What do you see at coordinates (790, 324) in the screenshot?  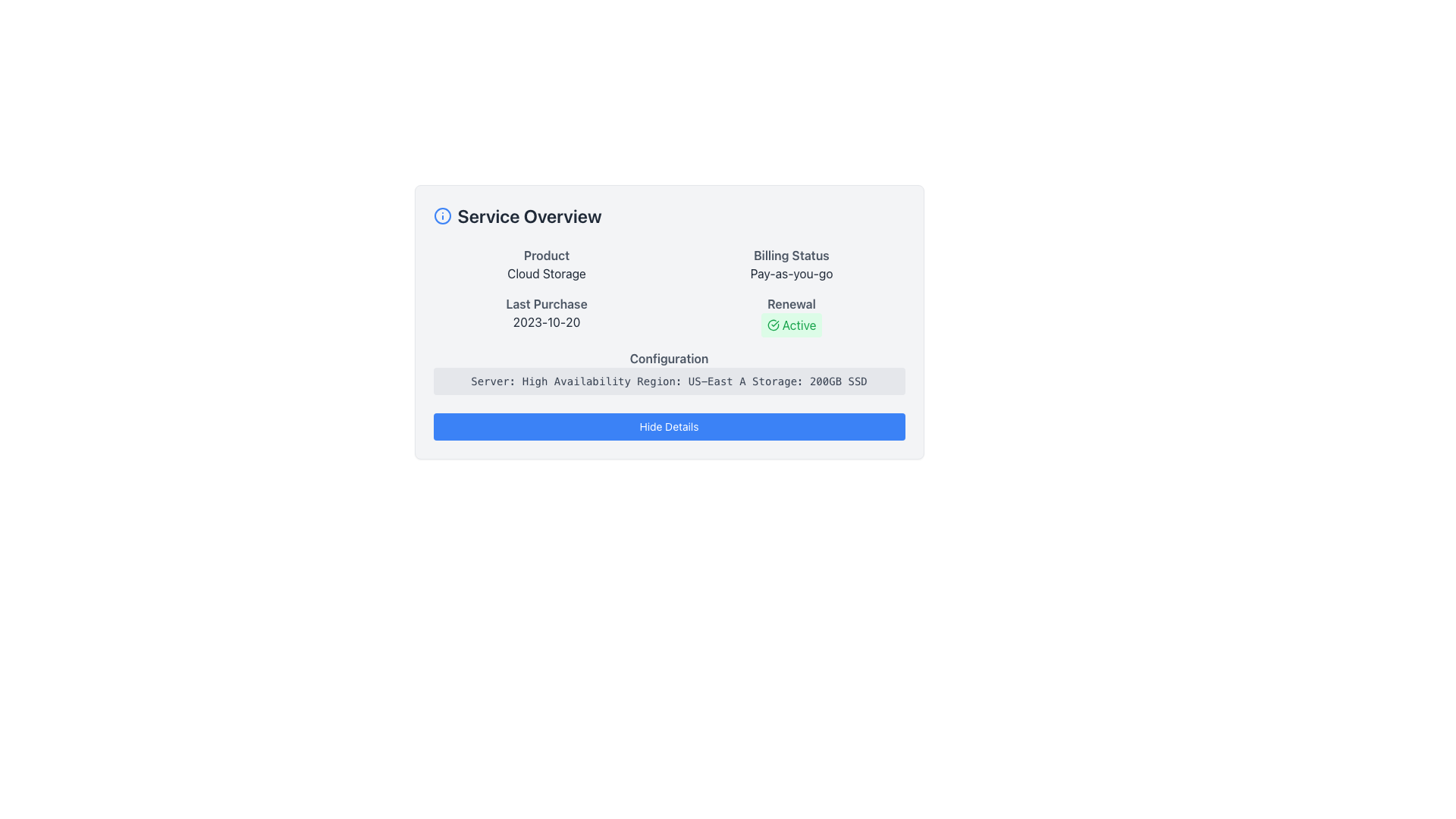 I see `the Status indicator with a light green background containing a green checkmark icon and the text 'Active', located to the right of the 'Renewal' label in the 'Service Overview' section` at bounding box center [790, 324].